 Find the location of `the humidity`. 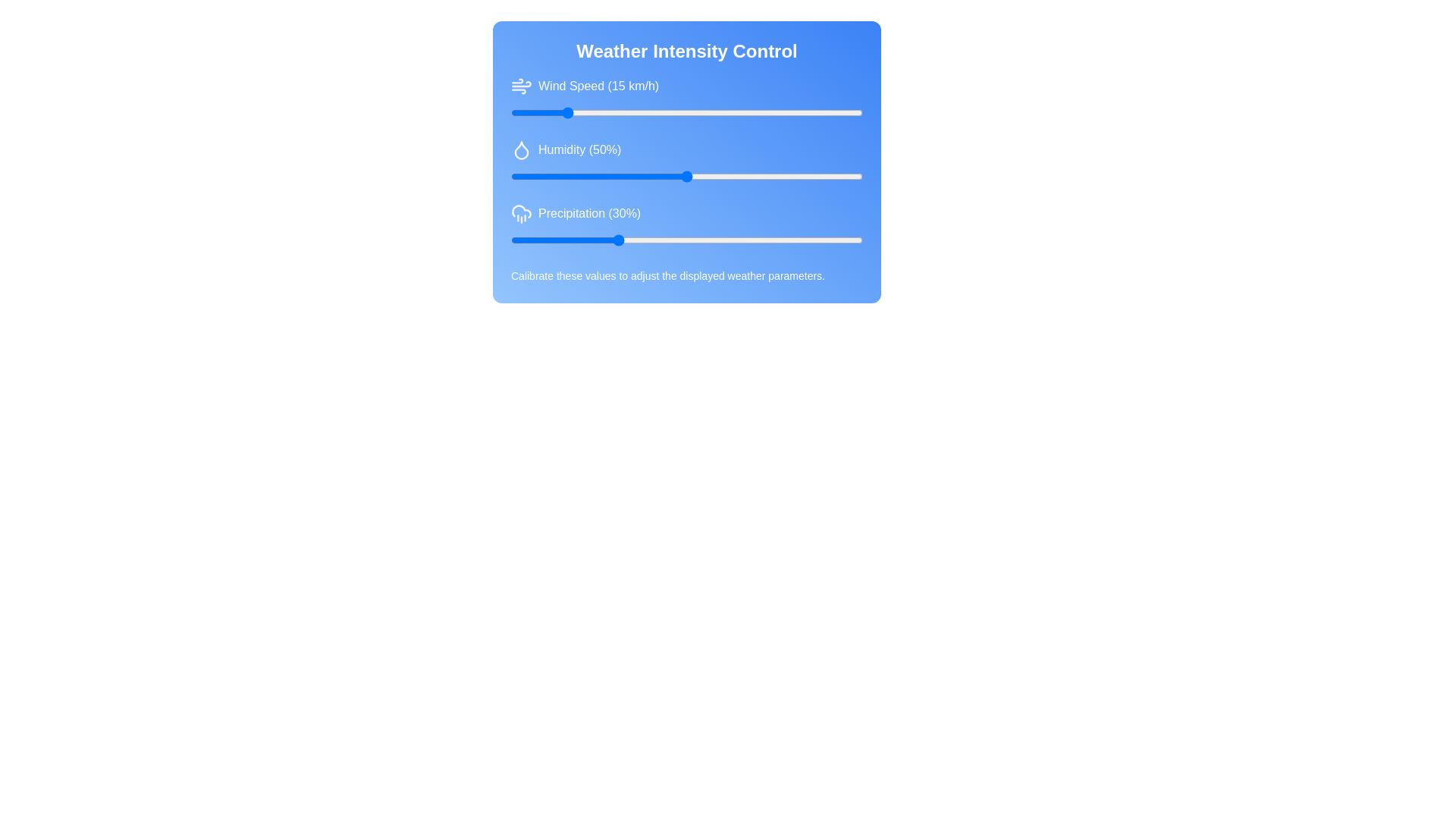

the humidity is located at coordinates (746, 175).